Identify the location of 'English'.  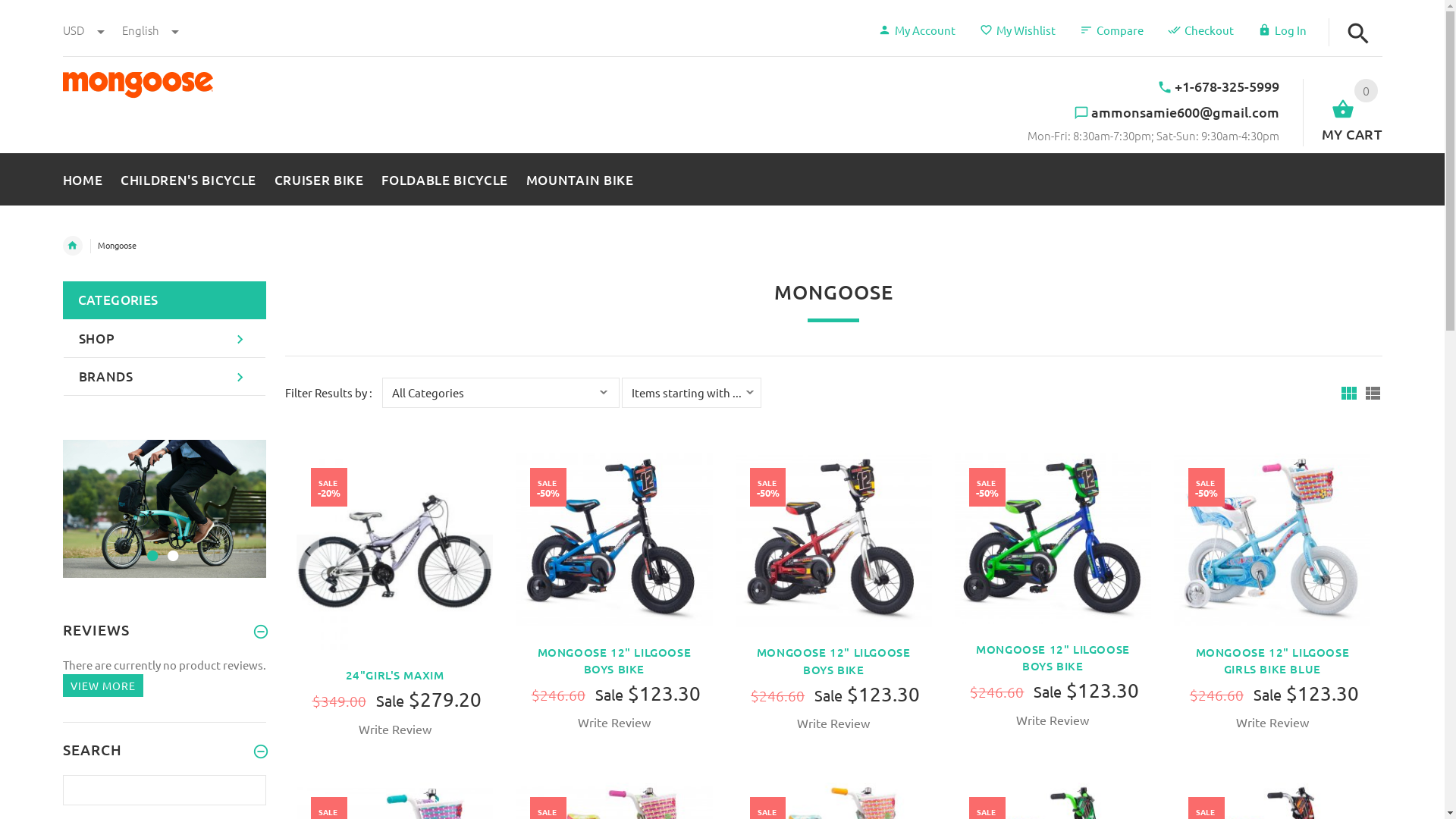
(120, 30).